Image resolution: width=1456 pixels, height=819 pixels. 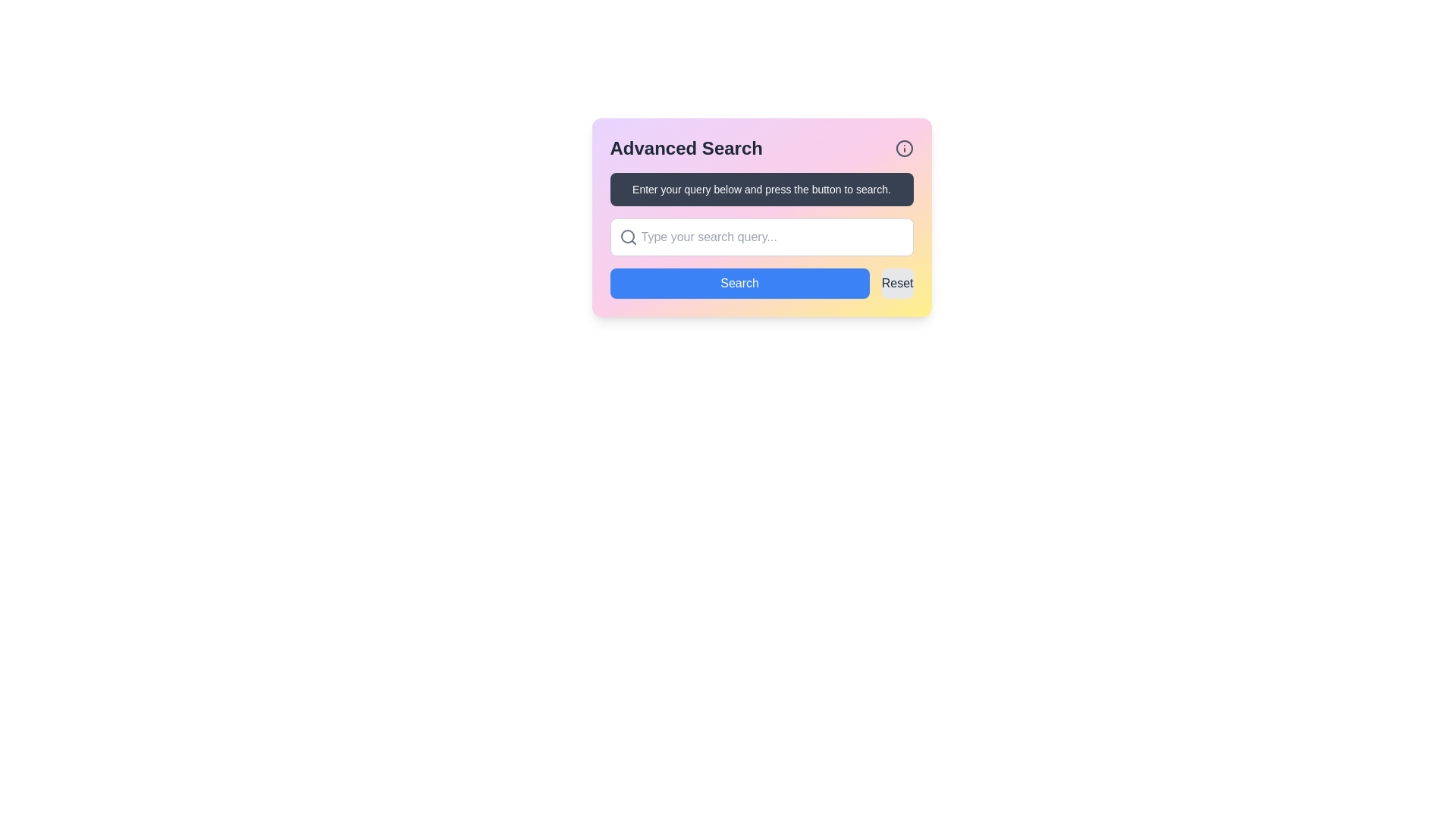 I want to click on the primary text input field in the 'Advanced Search' component, so click(x=761, y=237).